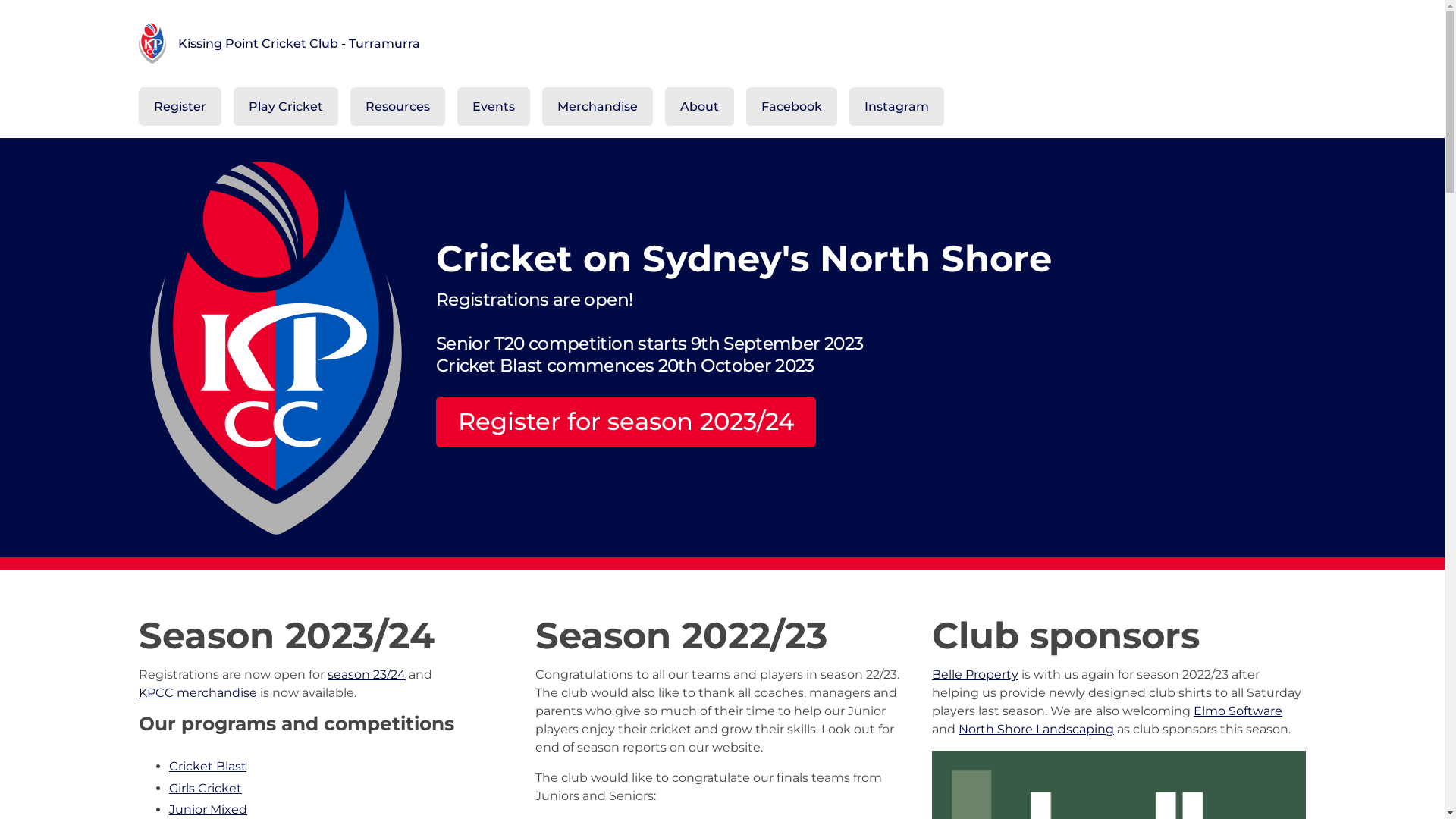  What do you see at coordinates (232, 105) in the screenshot?
I see `'Play Cricket'` at bounding box center [232, 105].